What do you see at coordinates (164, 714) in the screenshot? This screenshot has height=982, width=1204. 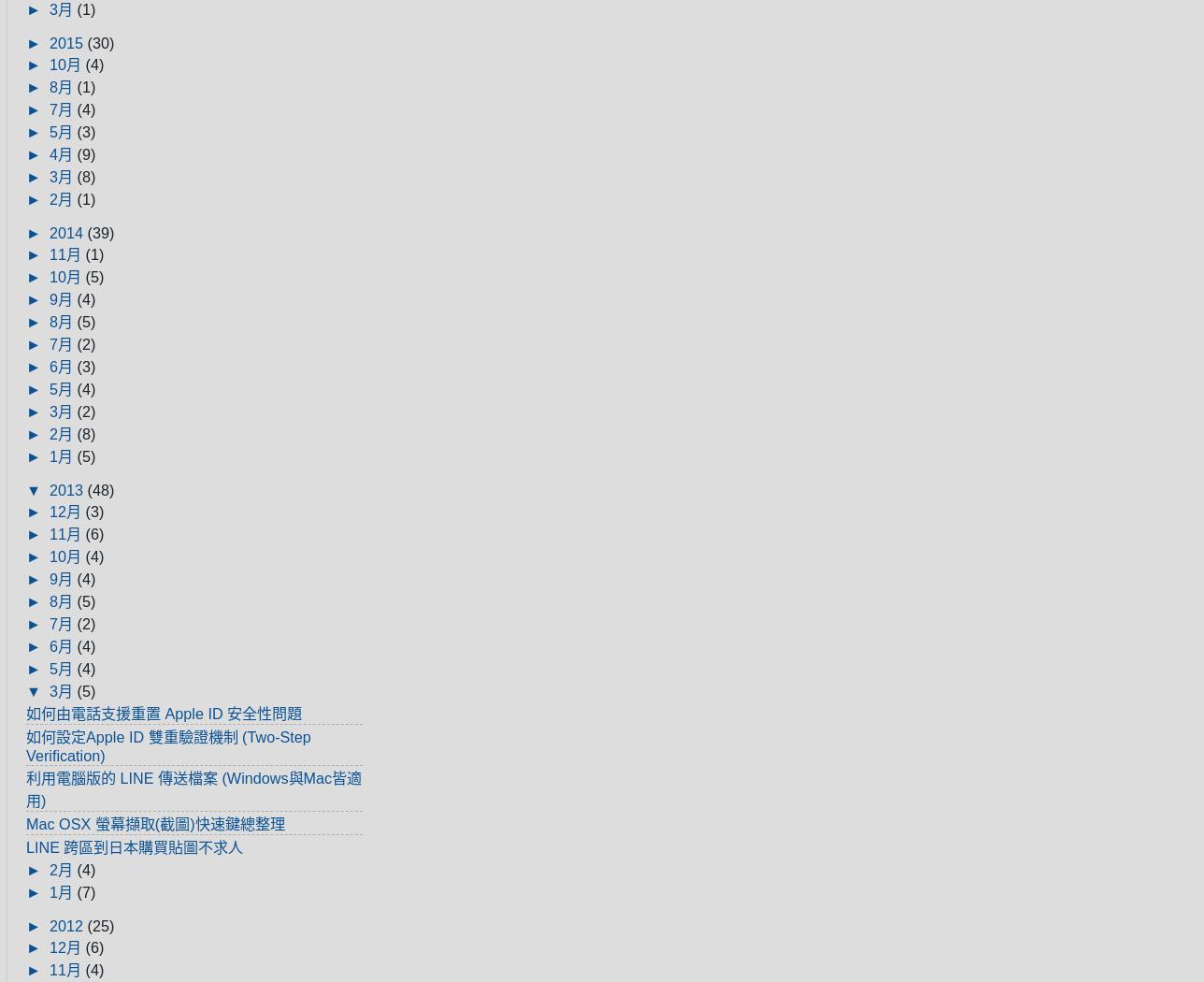 I see `'如何由電話支援重置 Apple ID 安全性問題'` at bounding box center [164, 714].